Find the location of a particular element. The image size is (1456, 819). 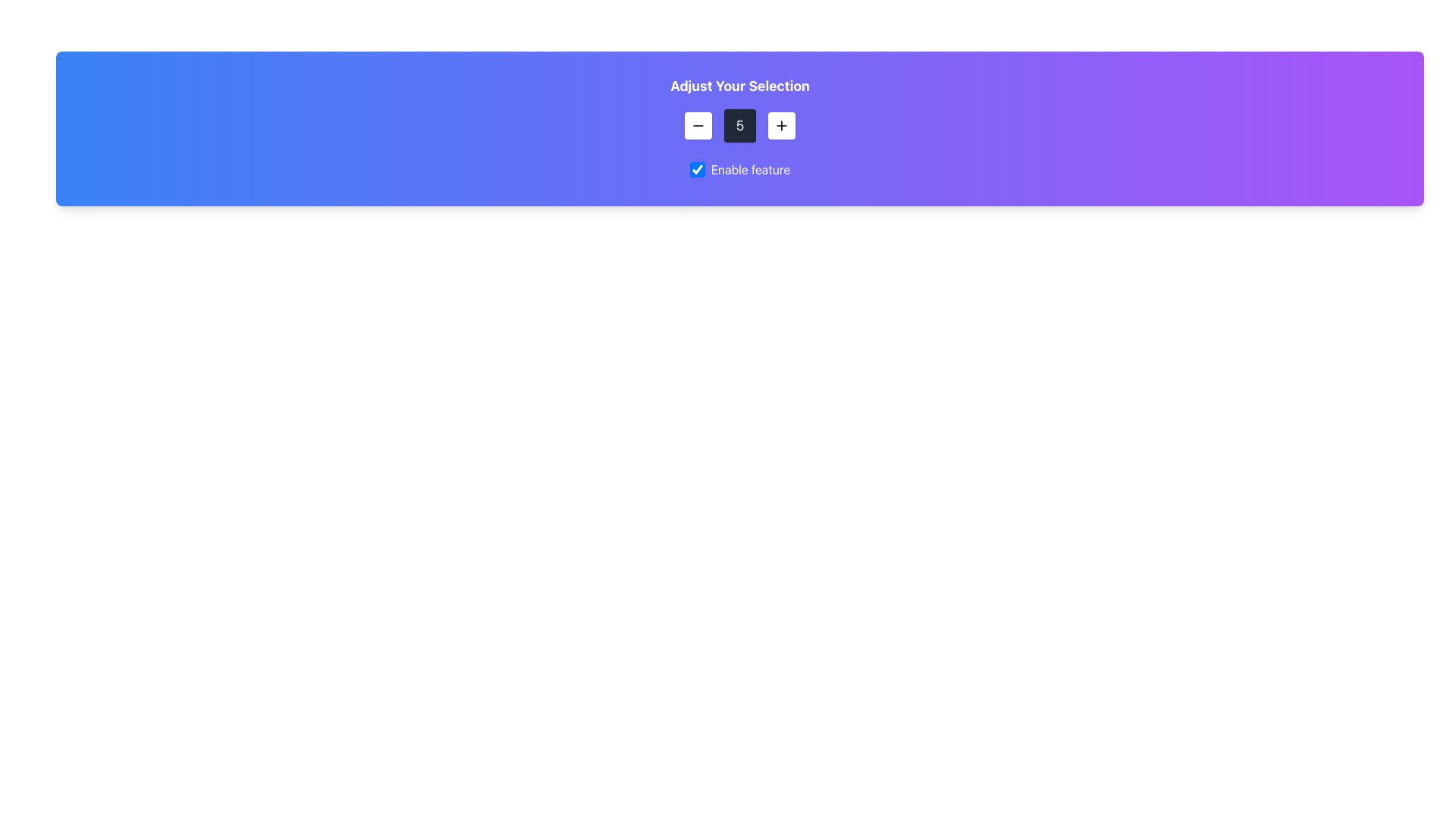

the text label reading 'Enable feature' which is styled in white text on a gradient purple background, located to the right of a checkbox is located at coordinates (750, 169).